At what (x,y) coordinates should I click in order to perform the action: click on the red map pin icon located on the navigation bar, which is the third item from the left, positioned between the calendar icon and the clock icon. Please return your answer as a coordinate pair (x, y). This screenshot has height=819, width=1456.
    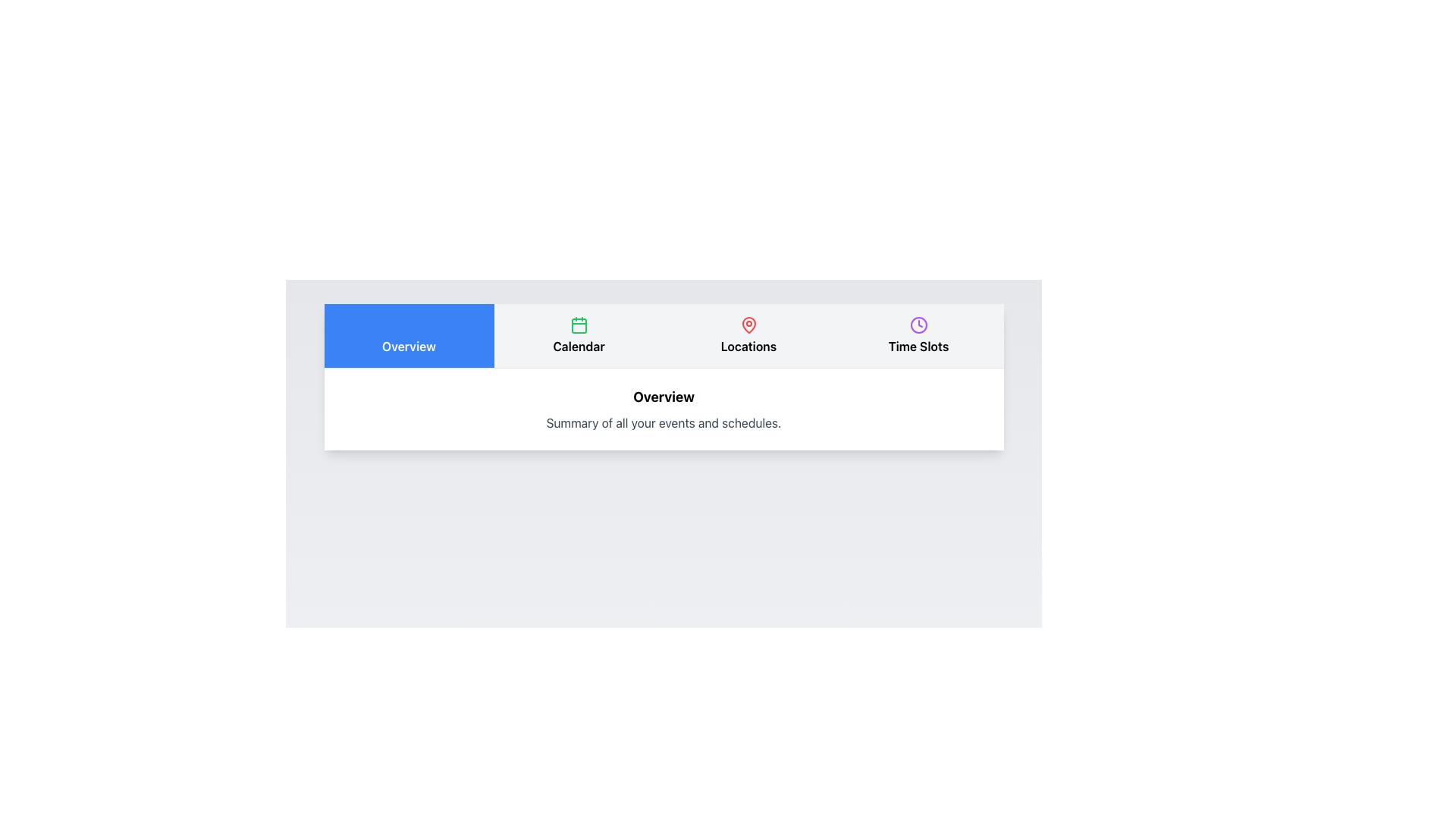
    Looking at the image, I should click on (748, 324).